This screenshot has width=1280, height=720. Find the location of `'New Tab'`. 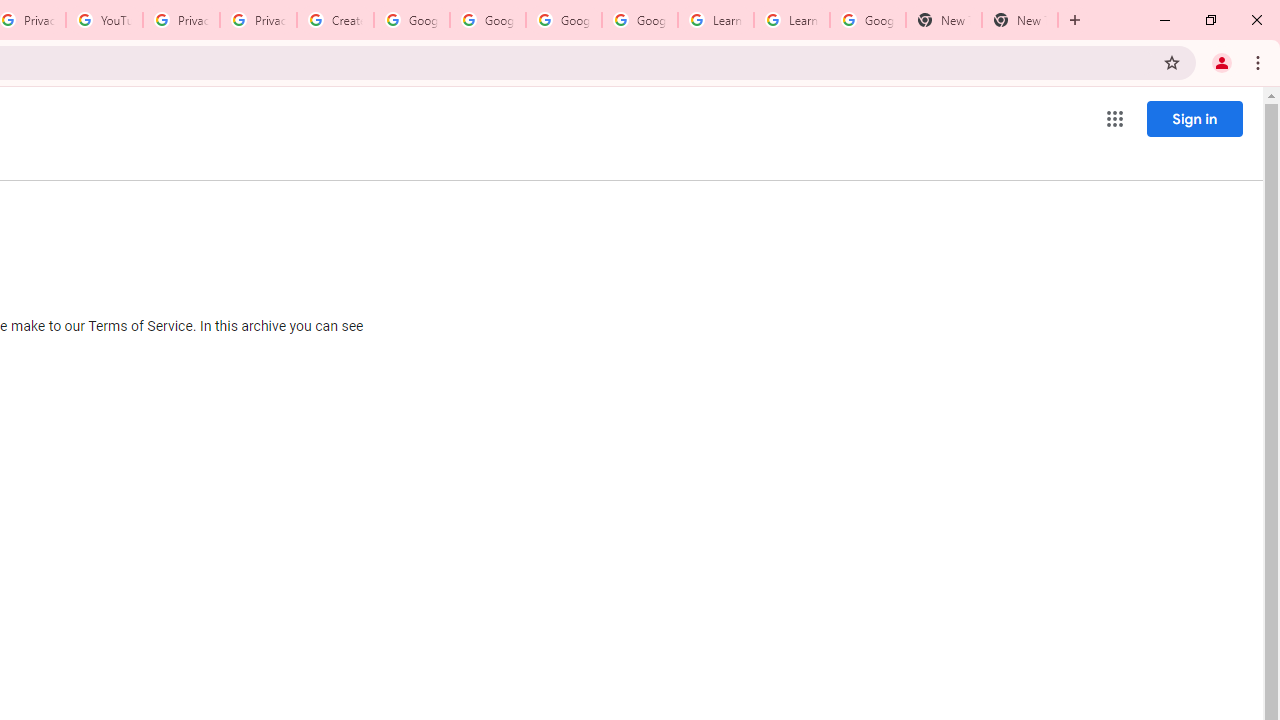

'New Tab' is located at coordinates (943, 20).